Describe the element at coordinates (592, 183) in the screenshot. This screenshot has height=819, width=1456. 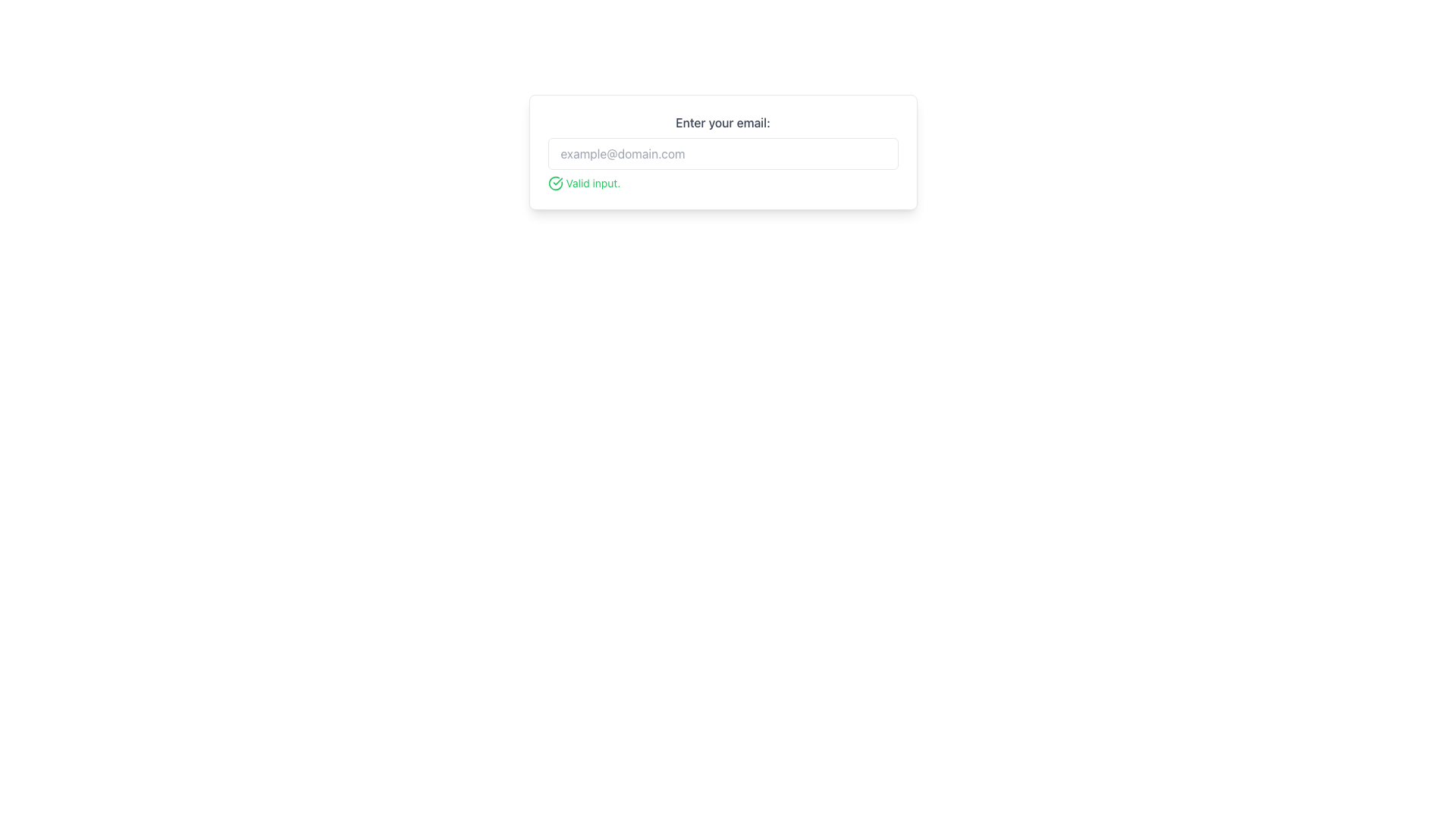
I see `the static text element displaying 'Valid input.' which indicates a valid input in the email field` at that location.